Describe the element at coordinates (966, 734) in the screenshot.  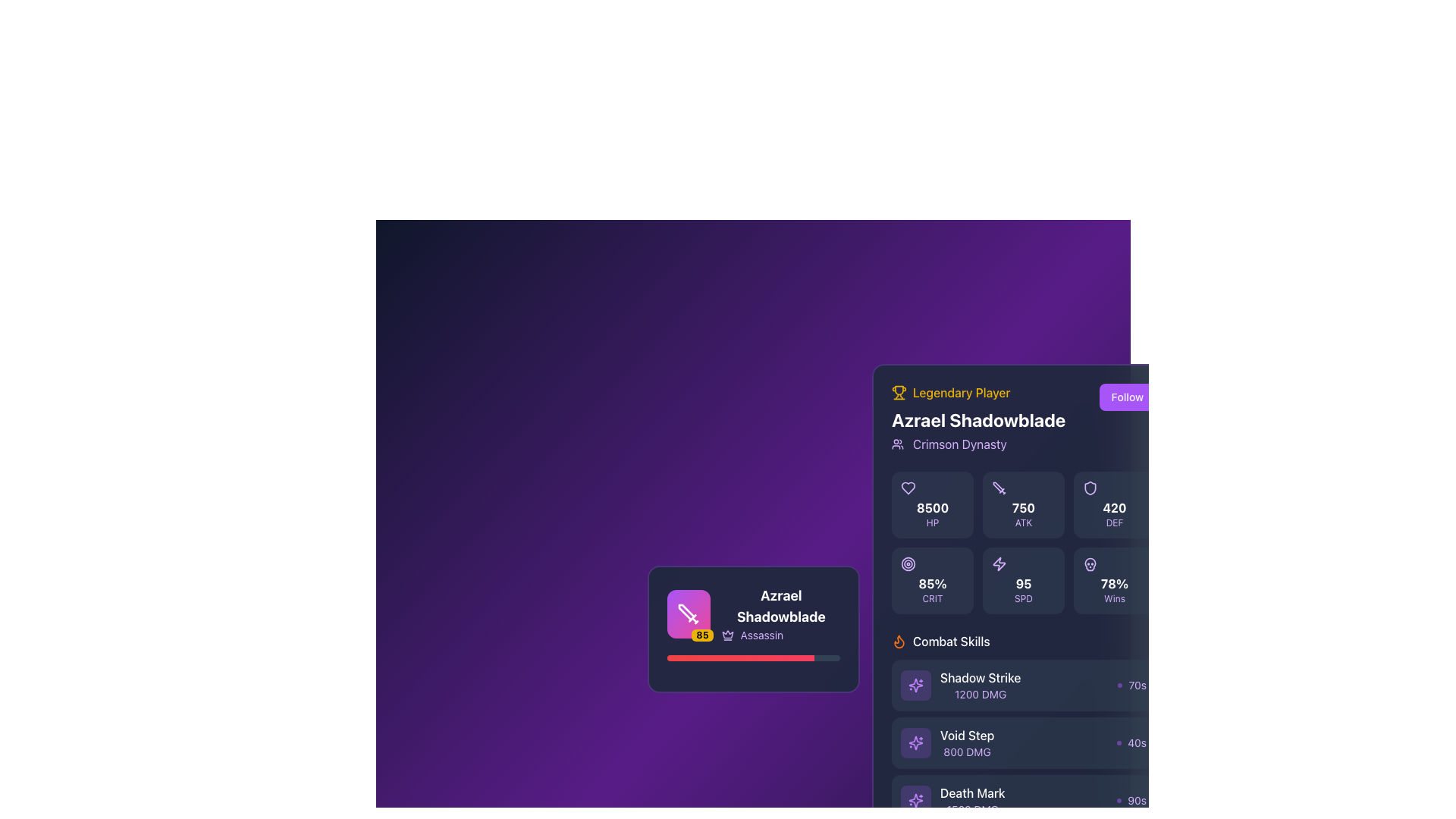
I see `'Void Step' text label, which is styled with a white font color and medium font weight, located in the Combat Skills section of the right panel` at that location.